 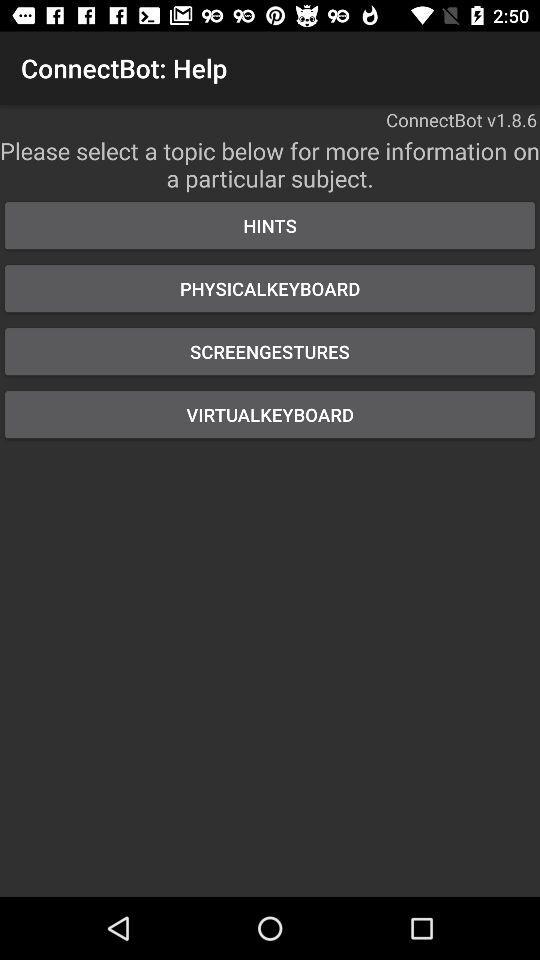 I want to click on the icon below the hints icon, so click(x=270, y=287).